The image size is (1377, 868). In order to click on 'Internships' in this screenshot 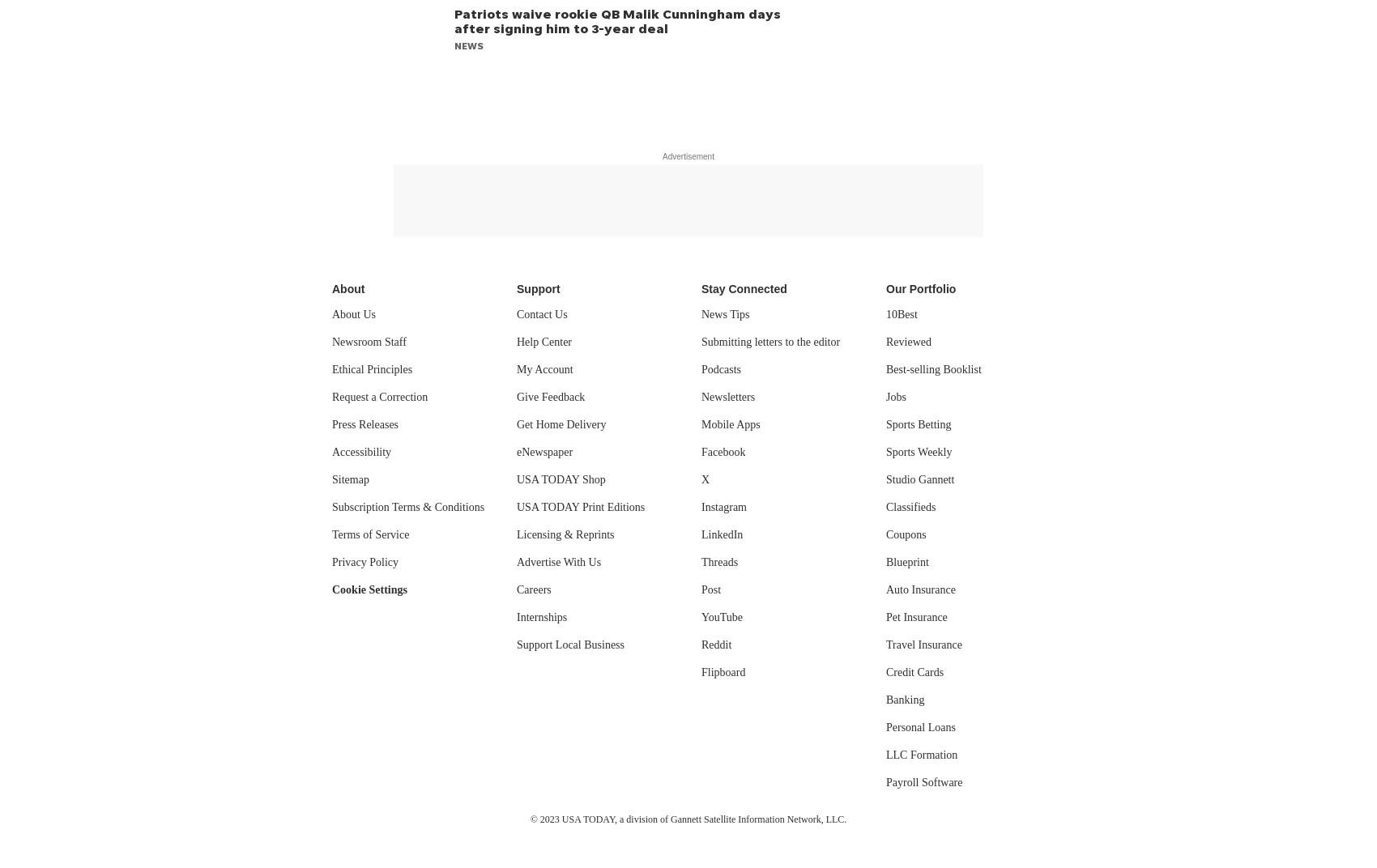, I will do `click(517, 617)`.